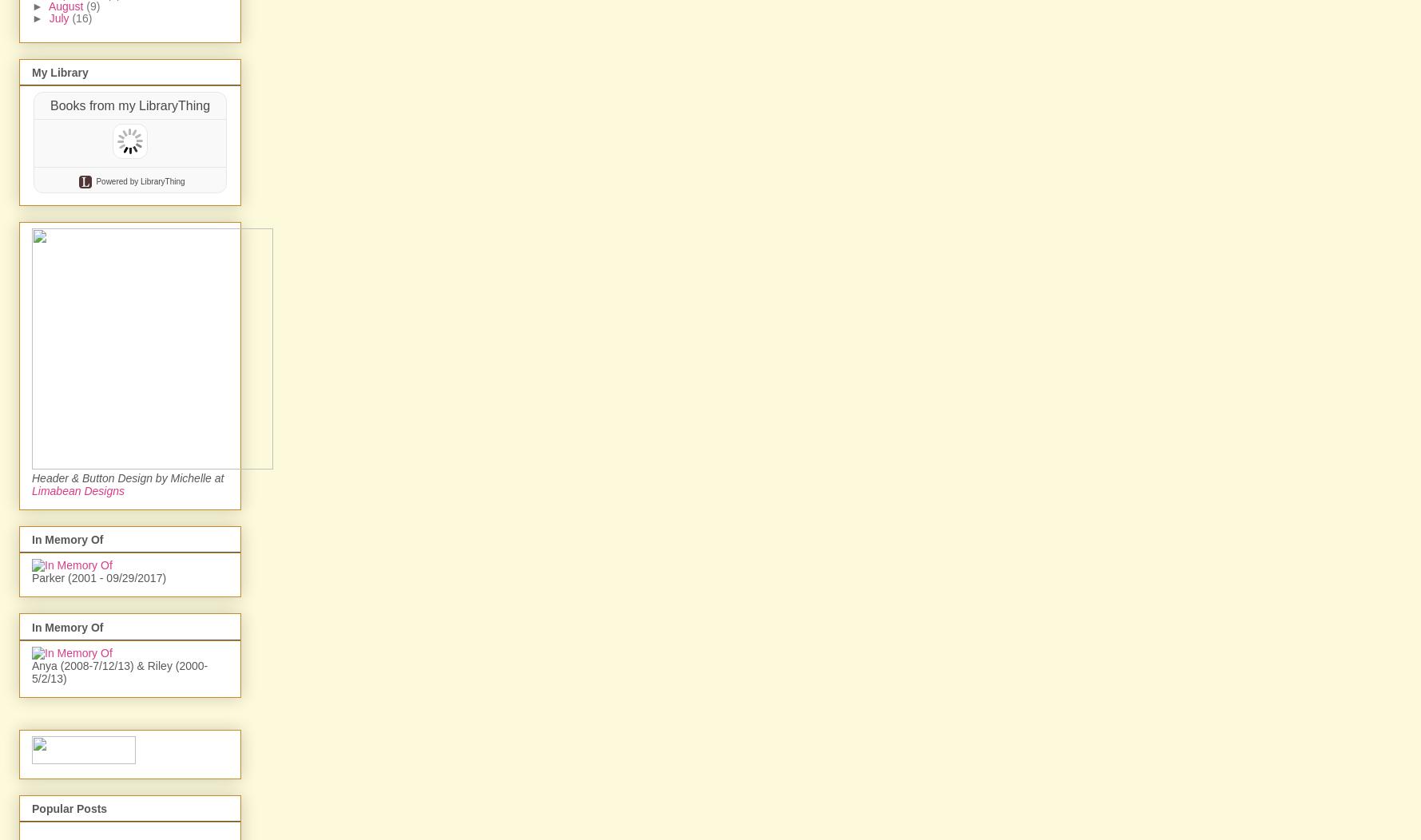 The height and width of the screenshot is (840, 1421). I want to click on '(16)', so click(81, 17).